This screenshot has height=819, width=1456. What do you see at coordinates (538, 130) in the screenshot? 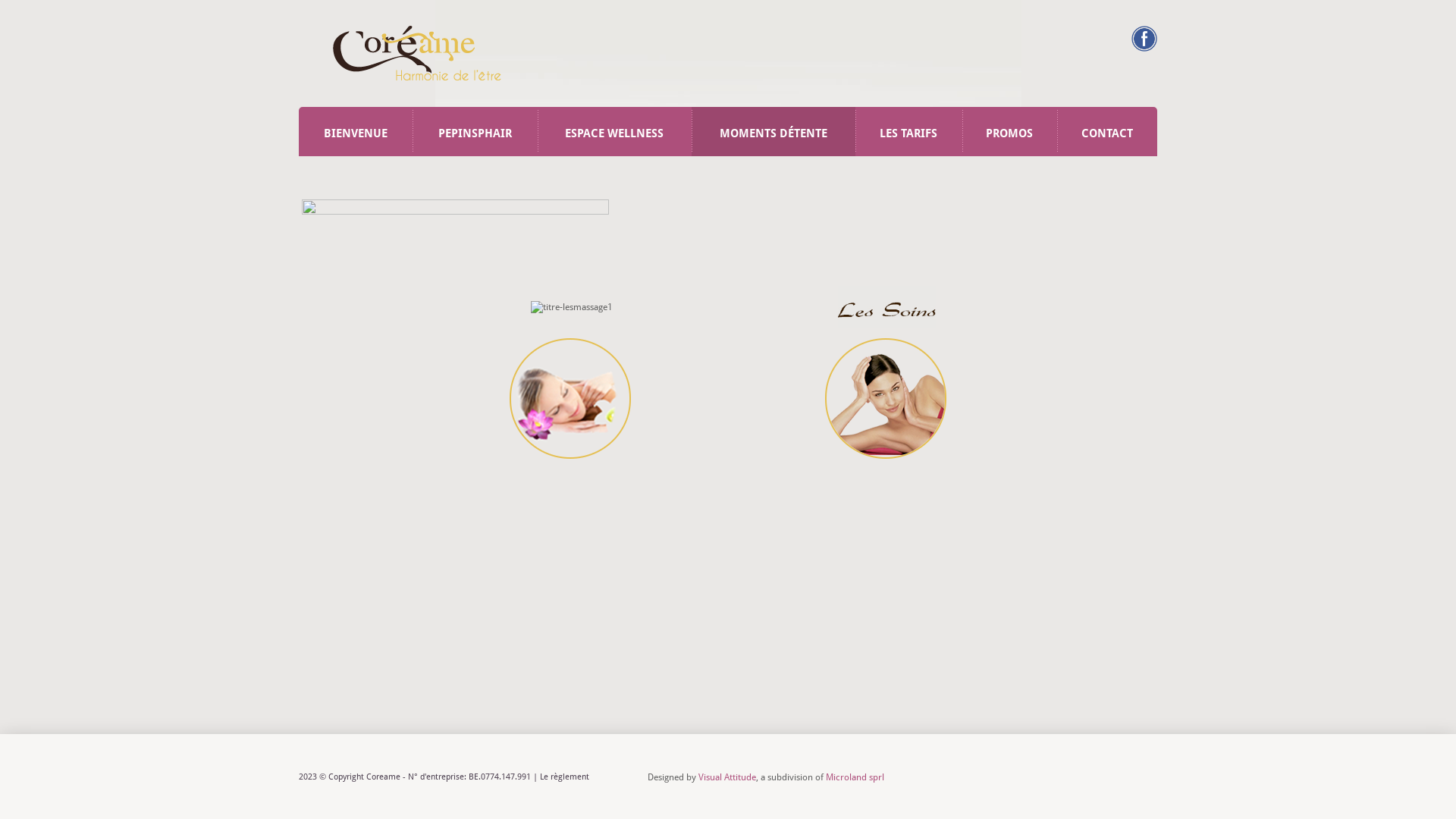
I see `'ESPACE WELLNESS'` at bounding box center [538, 130].